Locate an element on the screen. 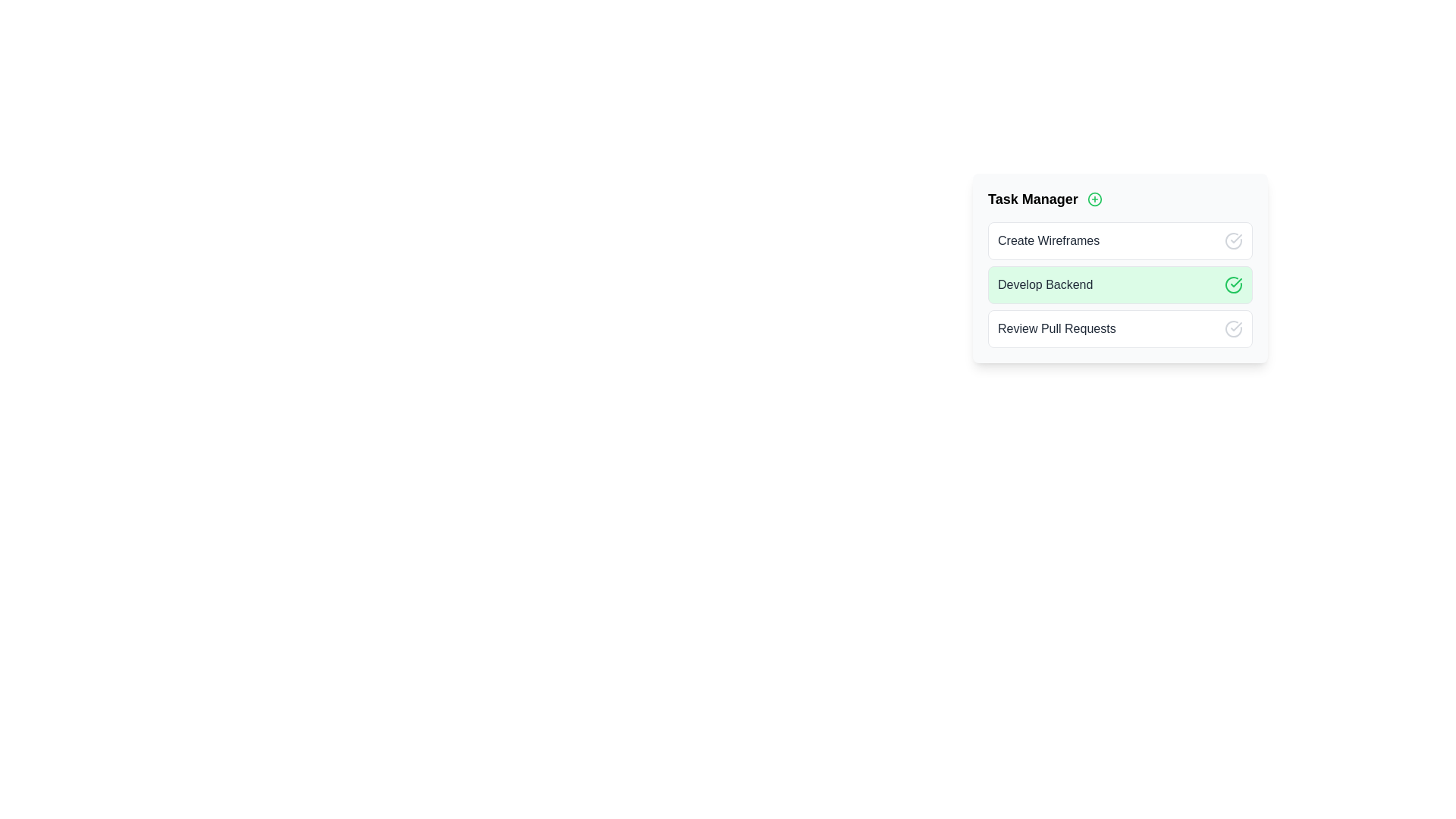 The image size is (1456, 819). the 'Review Pull Requests' text label, which serves as an identification label for a task in the task management interface is located at coordinates (1056, 328).